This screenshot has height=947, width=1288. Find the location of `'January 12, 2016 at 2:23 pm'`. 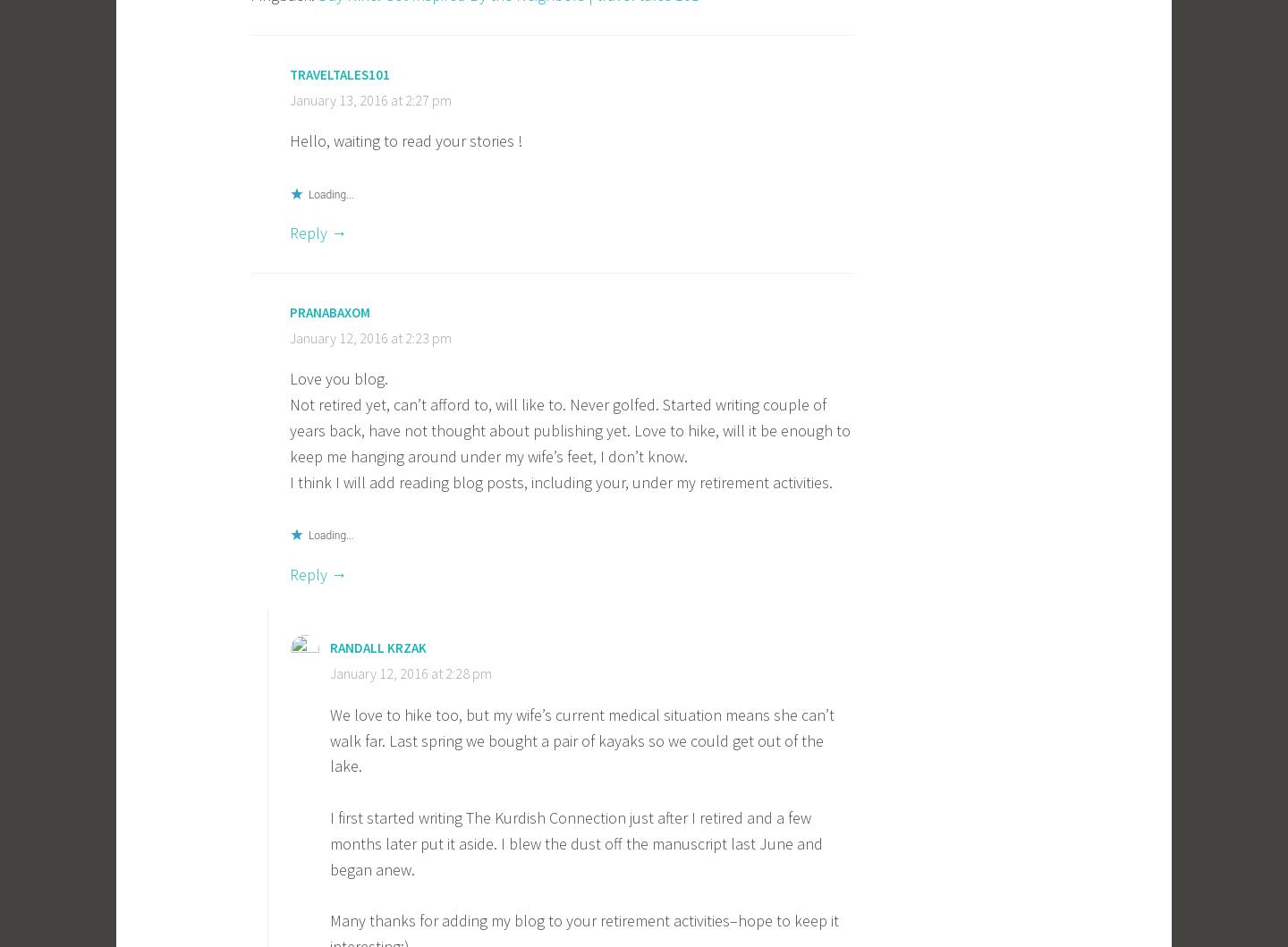

'January 12, 2016 at 2:23 pm' is located at coordinates (369, 336).